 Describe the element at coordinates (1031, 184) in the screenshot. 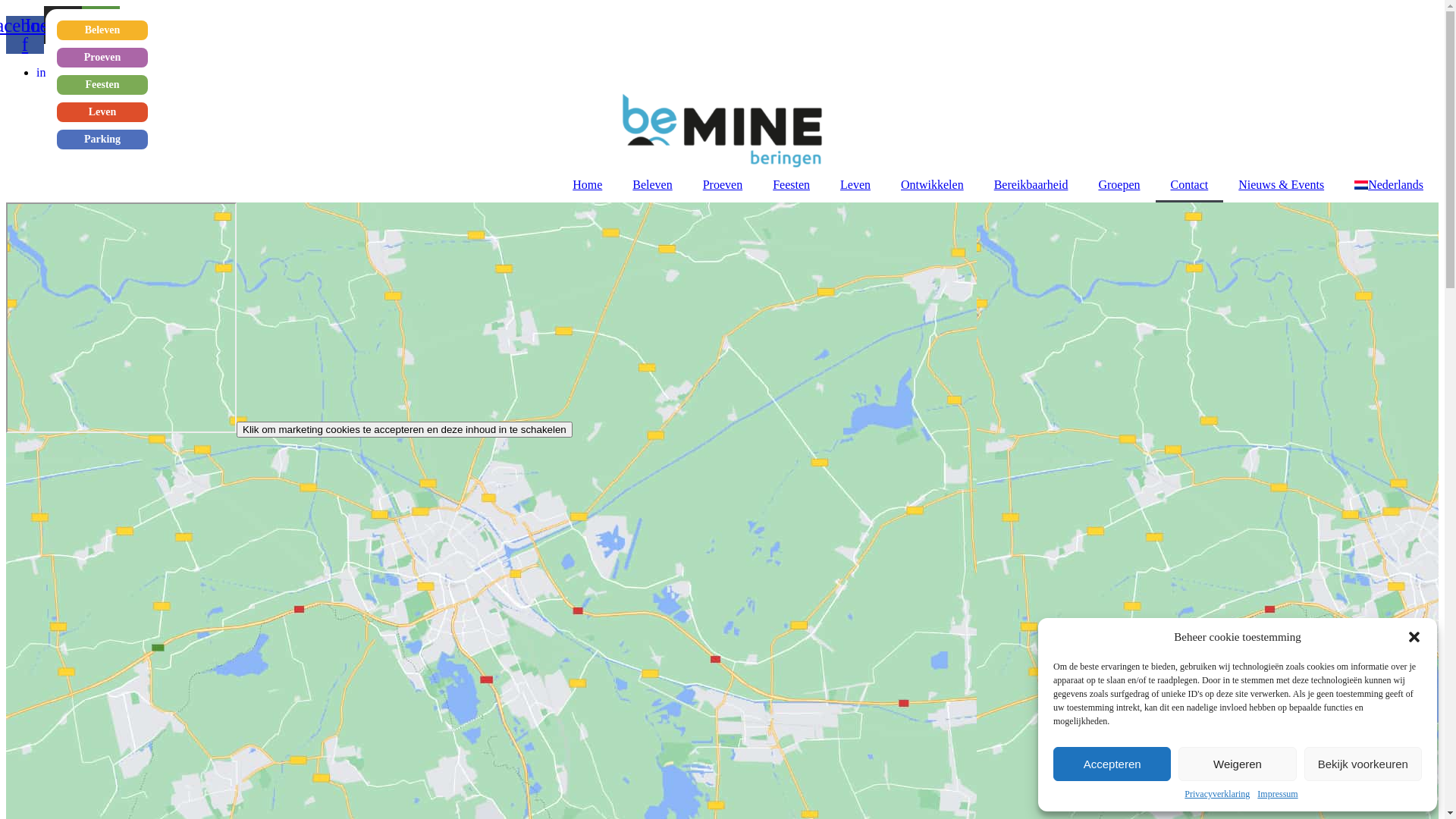

I see `'Bereikbaarheid'` at that location.